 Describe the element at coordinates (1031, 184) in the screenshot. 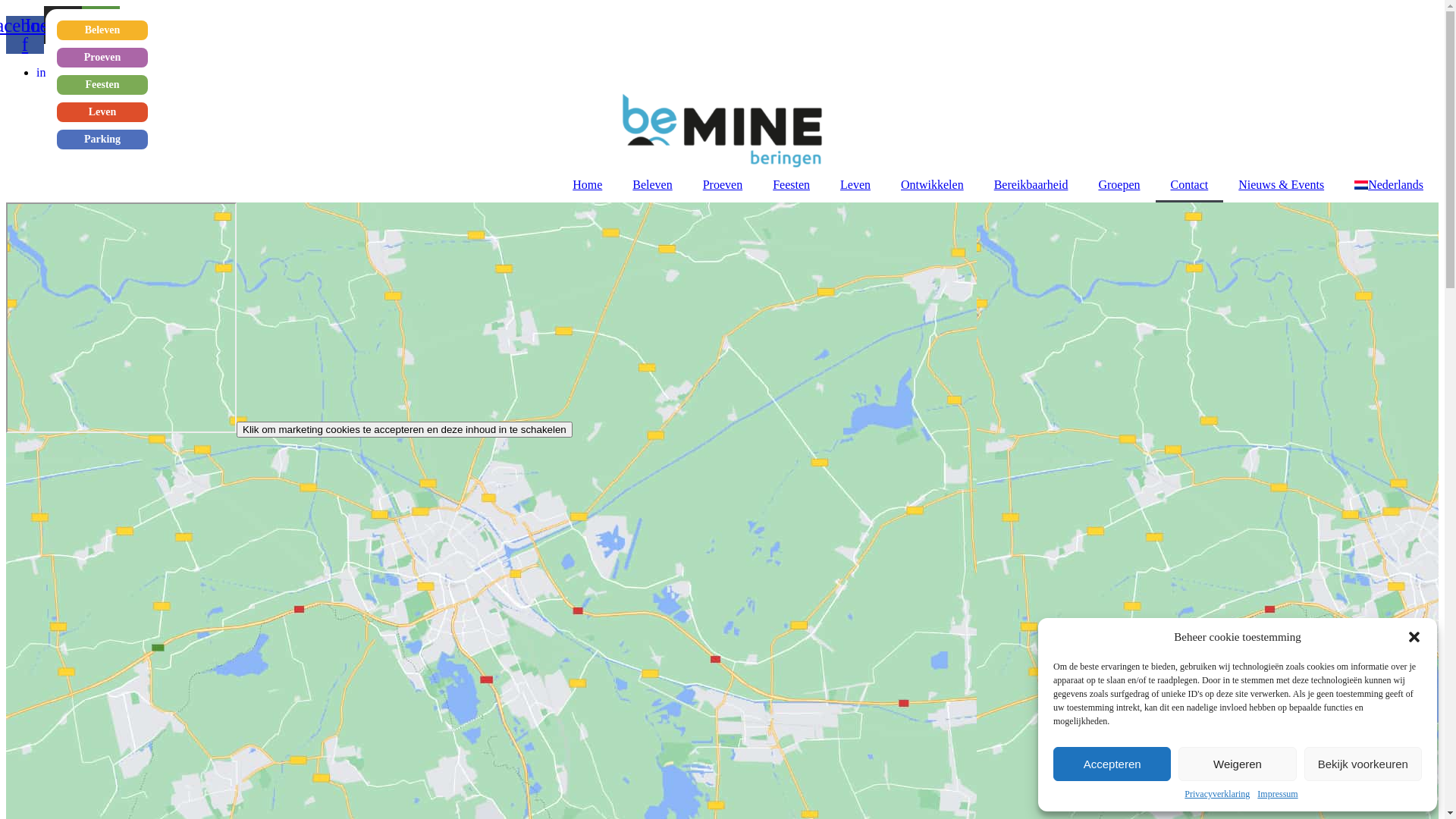

I see `'Bereikbaarheid'` at that location.